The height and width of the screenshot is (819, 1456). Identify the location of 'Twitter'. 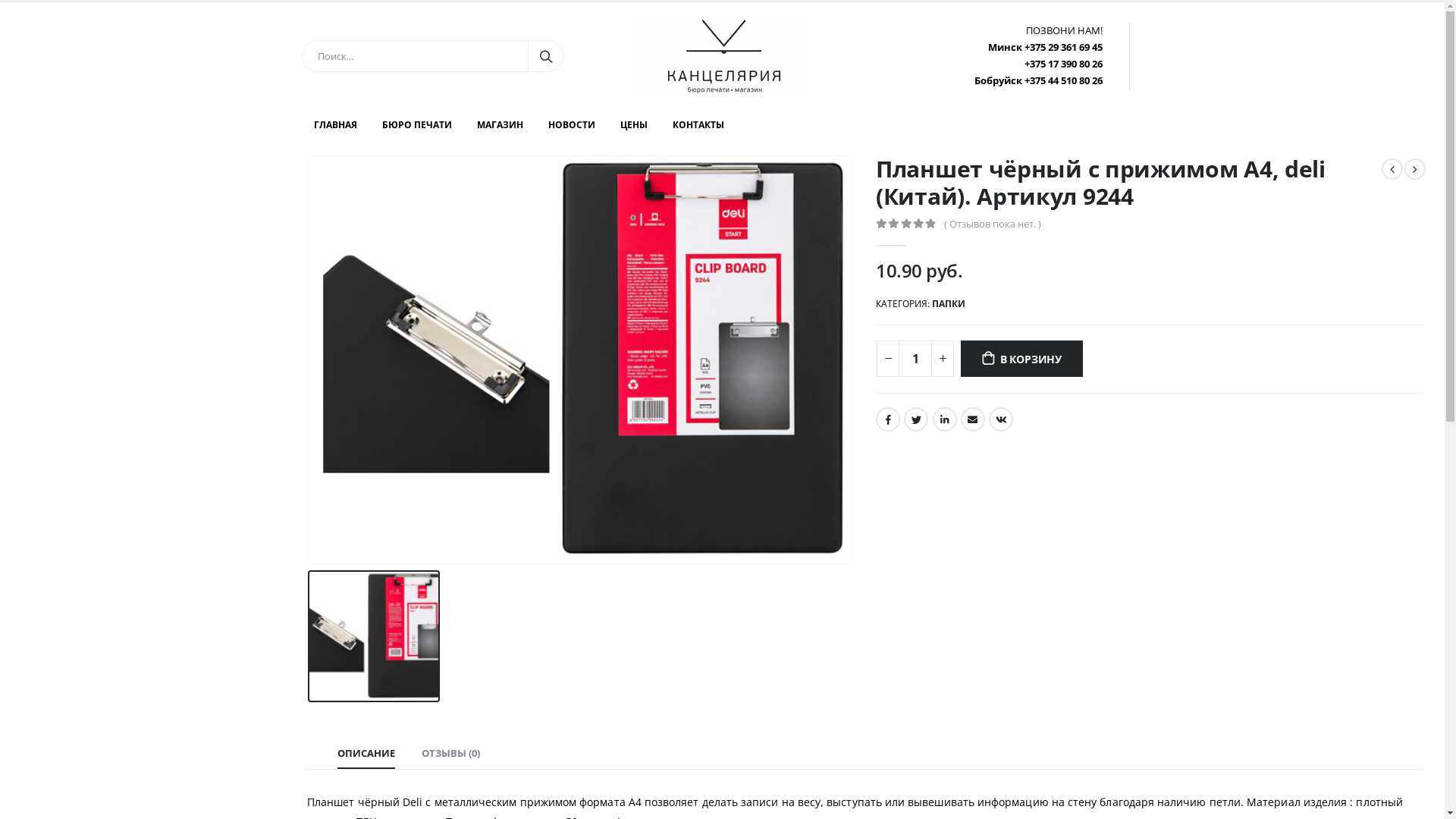
(903, 419).